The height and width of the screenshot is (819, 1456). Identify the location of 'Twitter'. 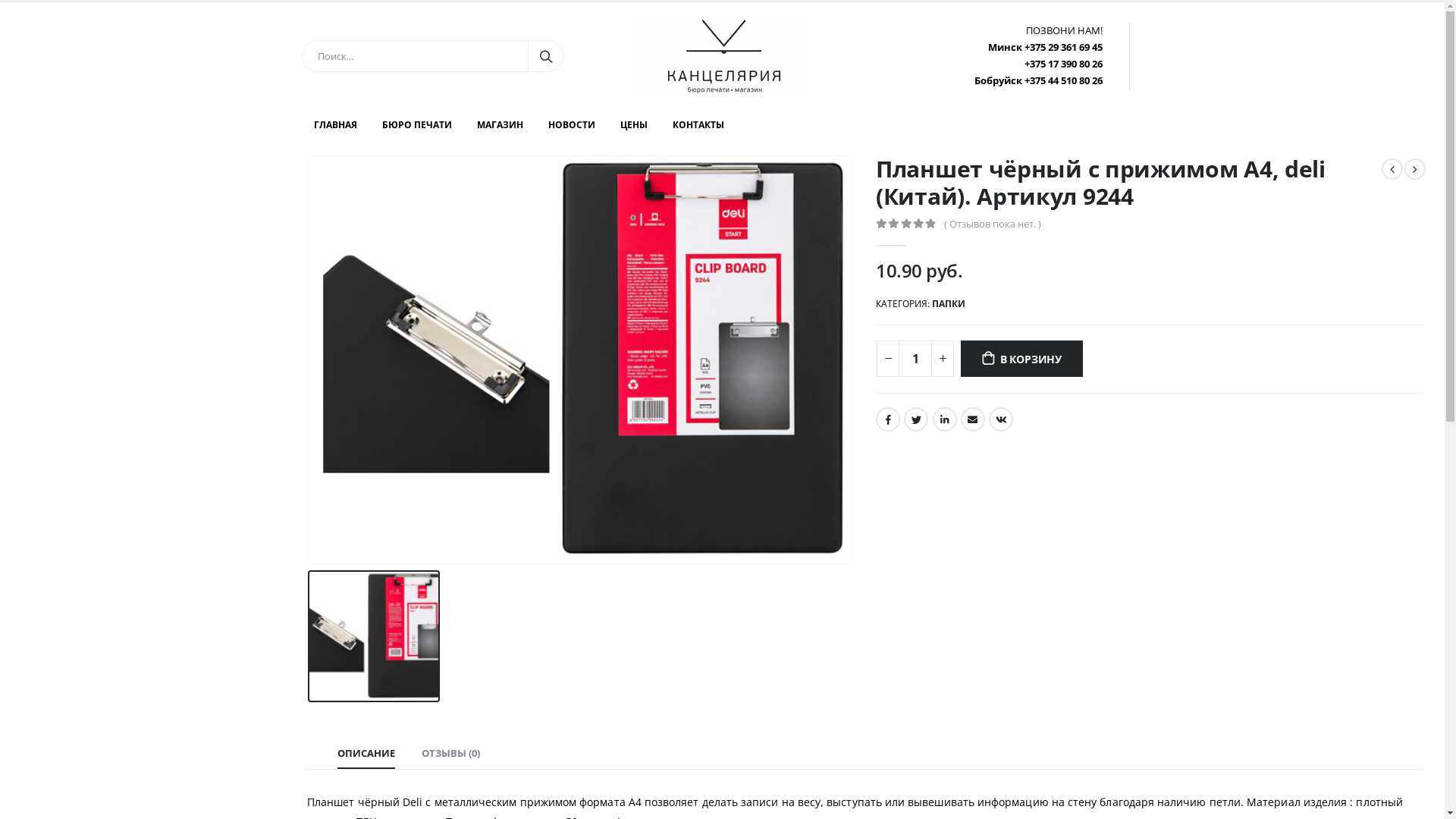
(903, 419).